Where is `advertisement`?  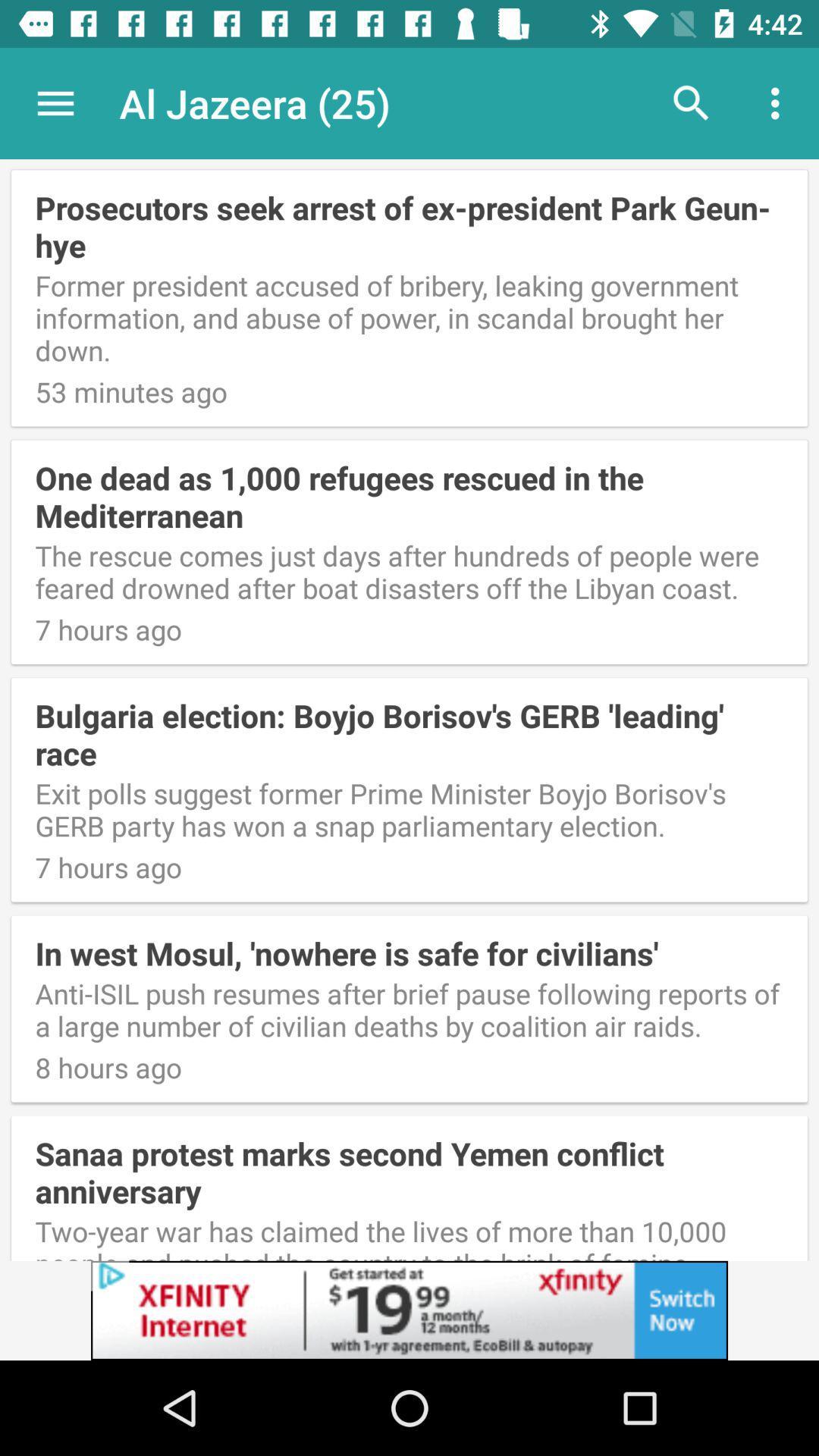 advertisement is located at coordinates (409, 1310).